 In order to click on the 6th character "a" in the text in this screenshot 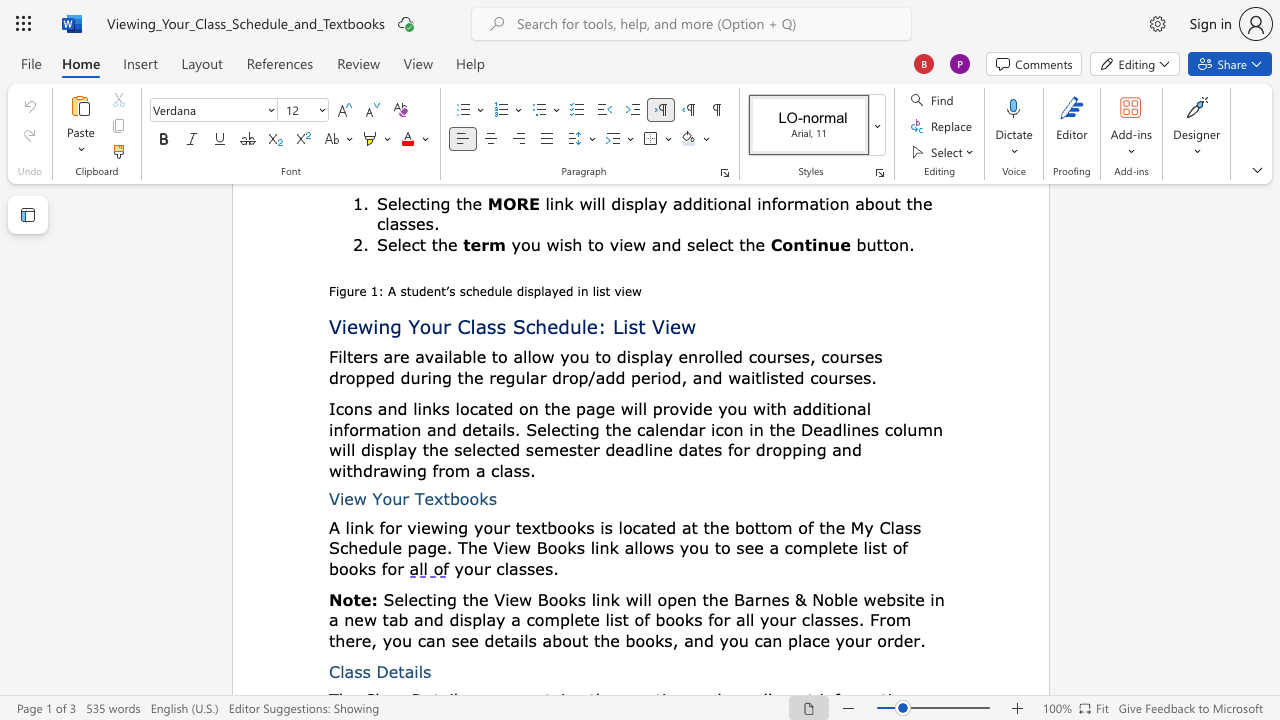, I will do `click(827, 428)`.